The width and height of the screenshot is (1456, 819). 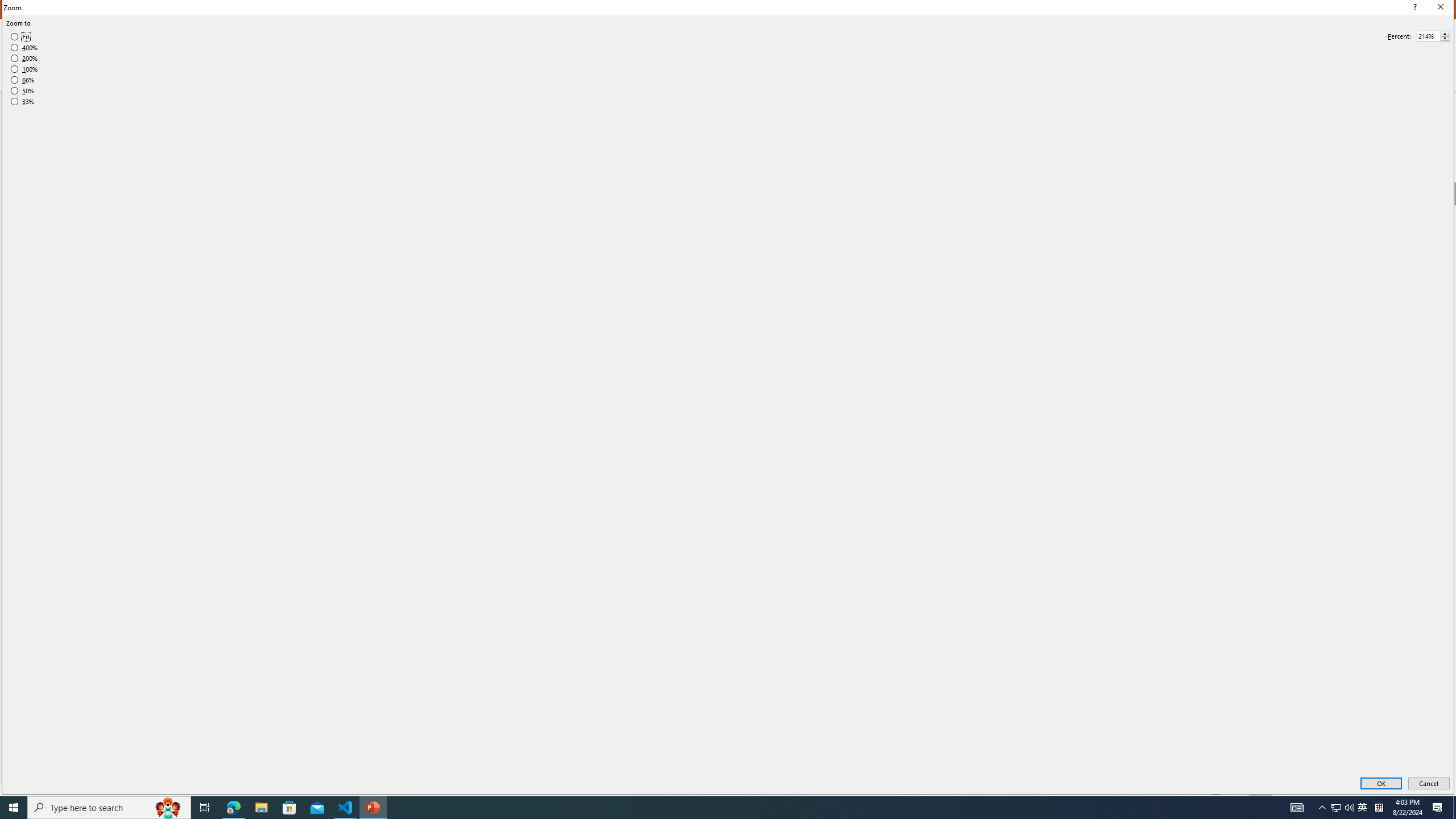 What do you see at coordinates (1428, 36) in the screenshot?
I see `'Percent'` at bounding box center [1428, 36].